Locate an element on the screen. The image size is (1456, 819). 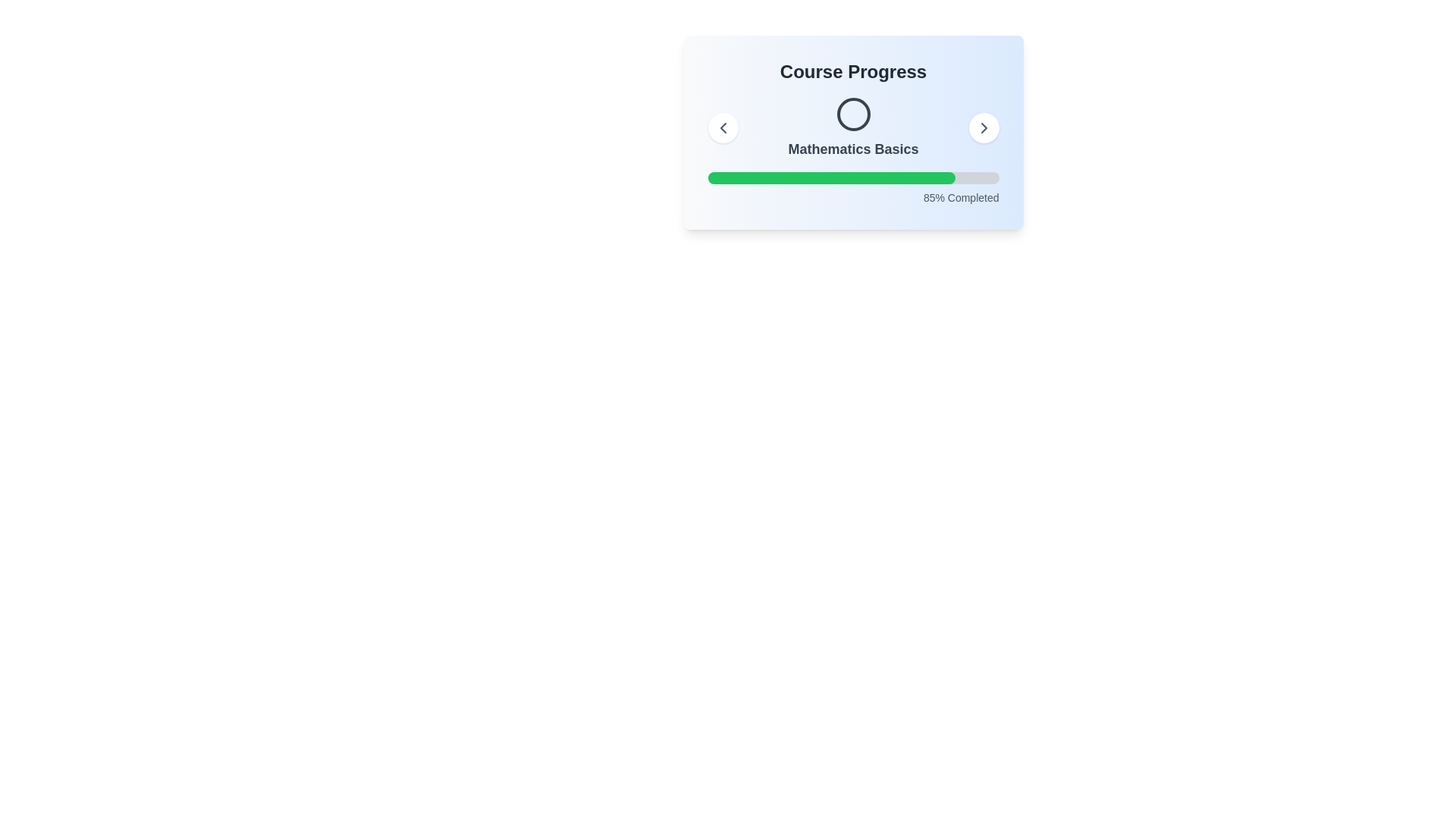
the chevron icon within the circular button located near the top-right corner of its section is located at coordinates (984, 127).